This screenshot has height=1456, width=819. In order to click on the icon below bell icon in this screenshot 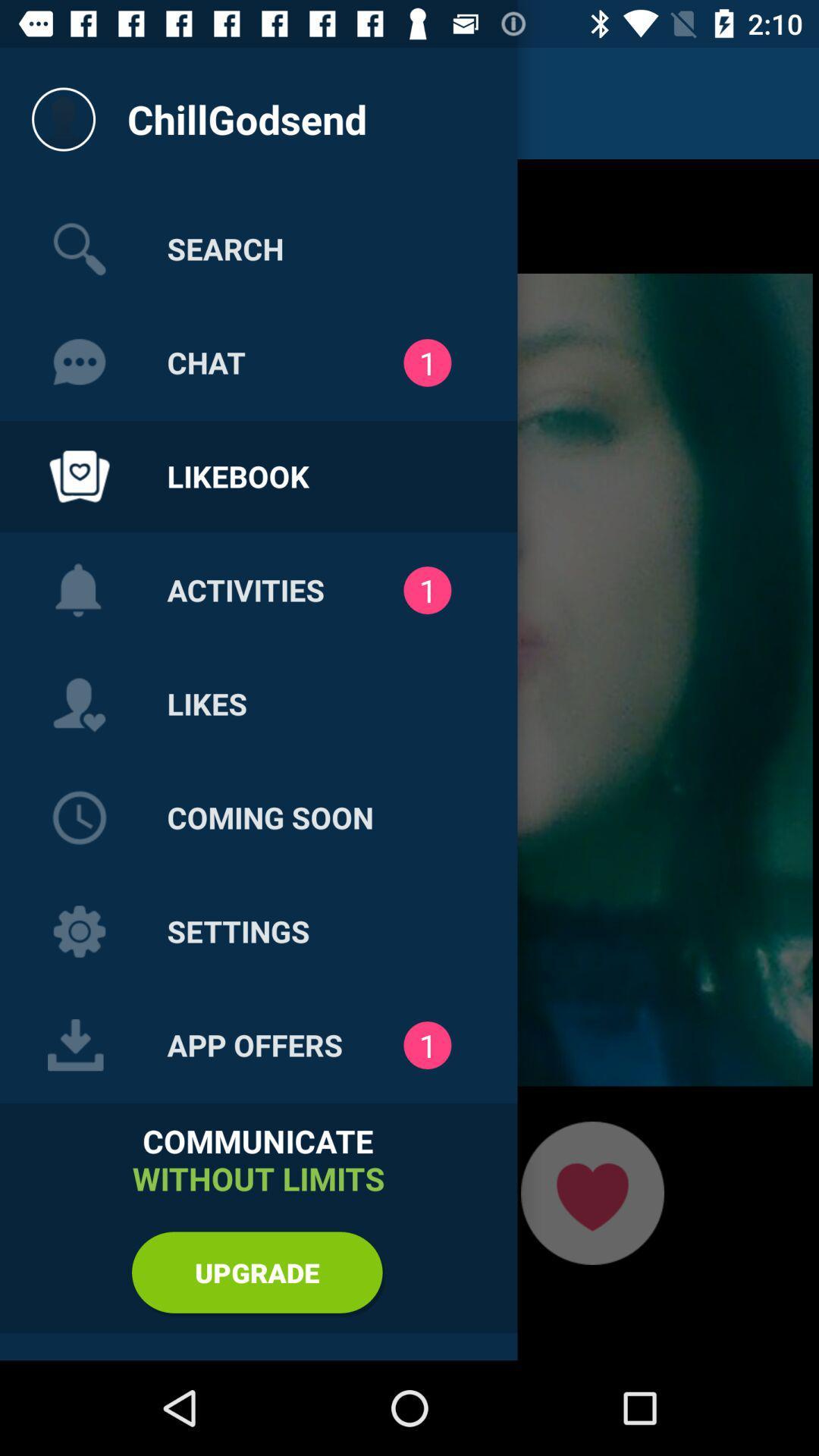, I will do `click(79, 704)`.